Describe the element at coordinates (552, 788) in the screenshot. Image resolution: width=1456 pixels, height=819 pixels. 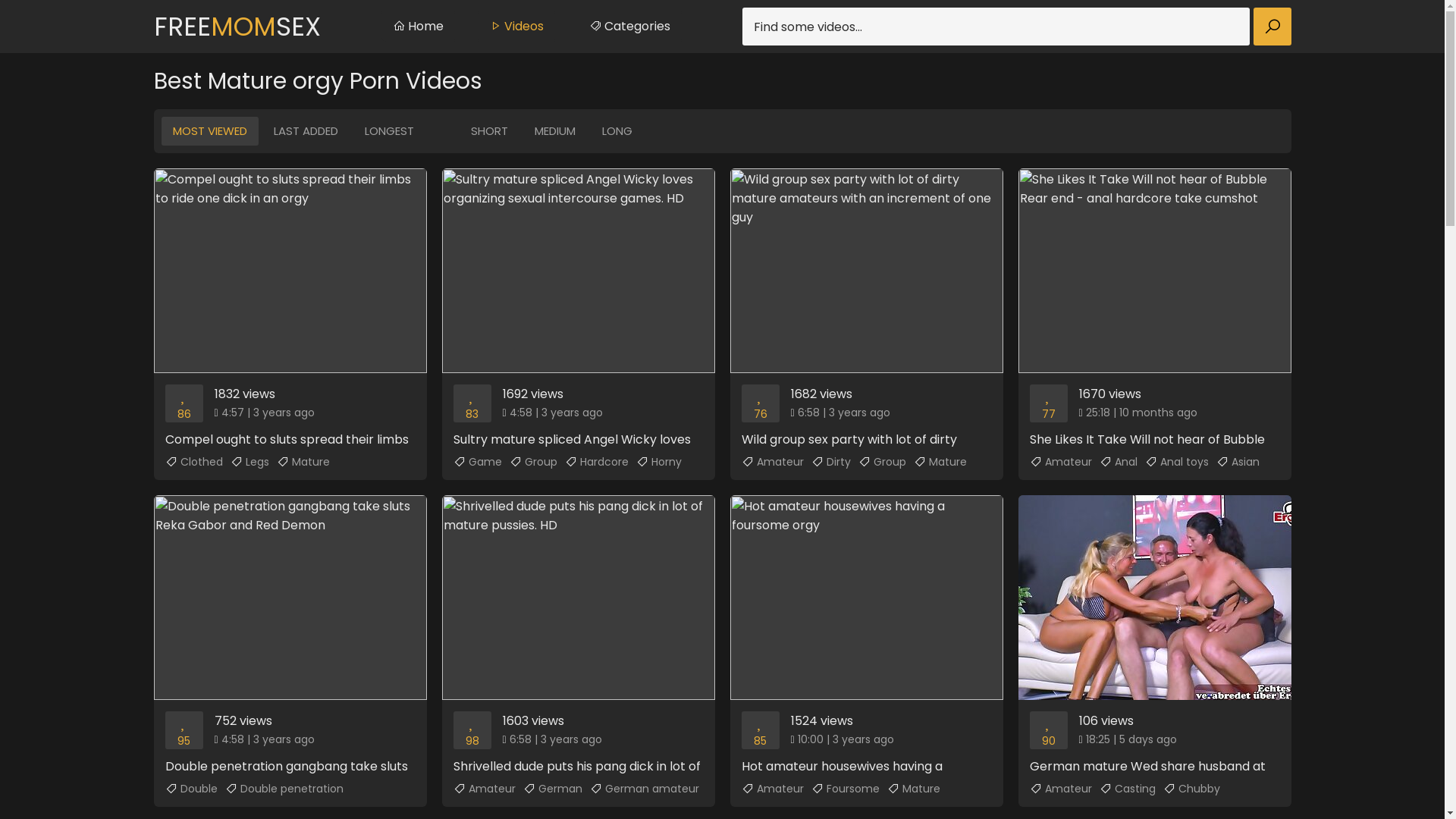
I see `'German'` at that location.